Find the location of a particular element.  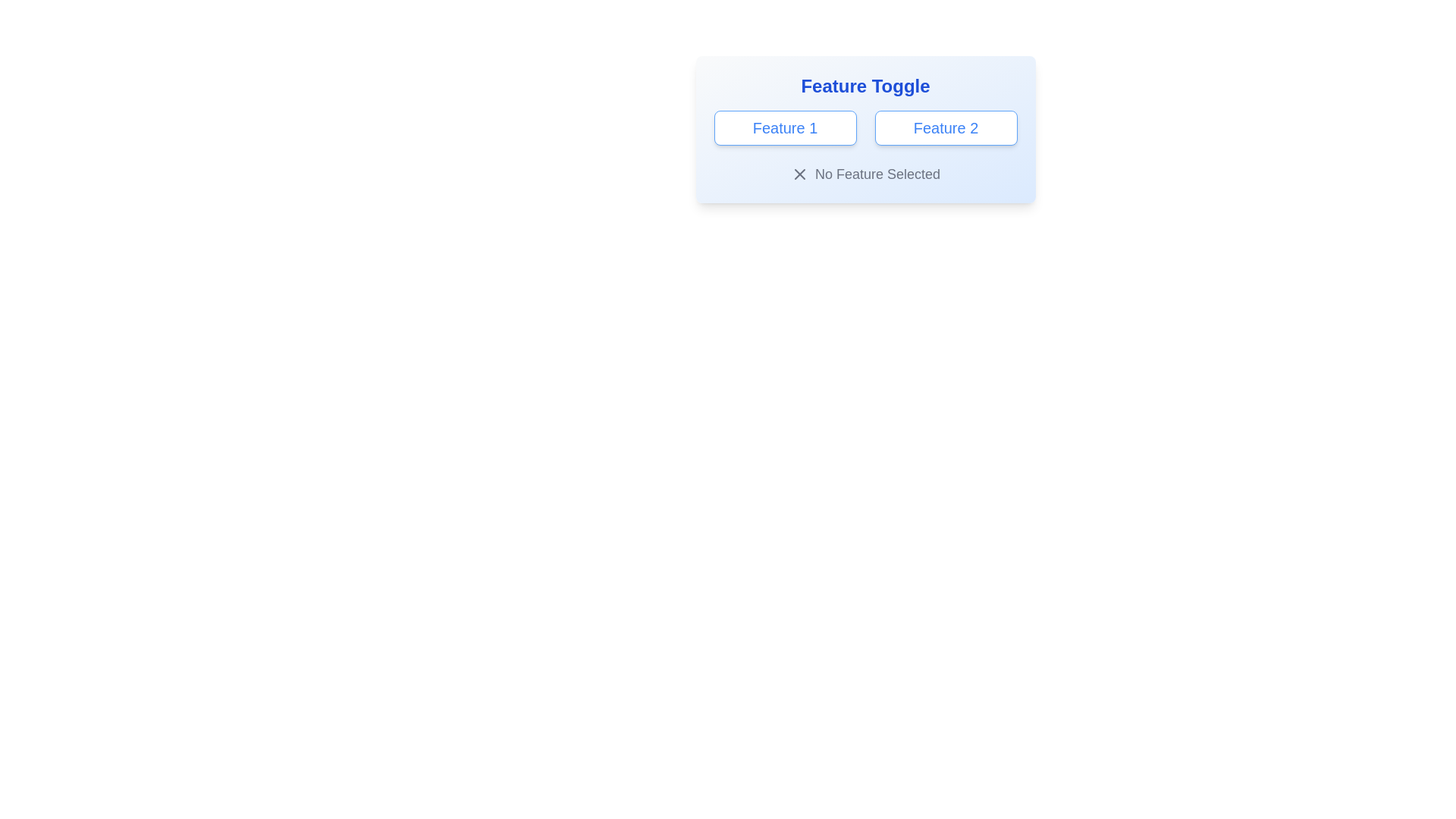

the Text Label indicating that no feature has been selected, positioned below the 'Feature 1' and 'Feature 2' buttons is located at coordinates (865, 174).